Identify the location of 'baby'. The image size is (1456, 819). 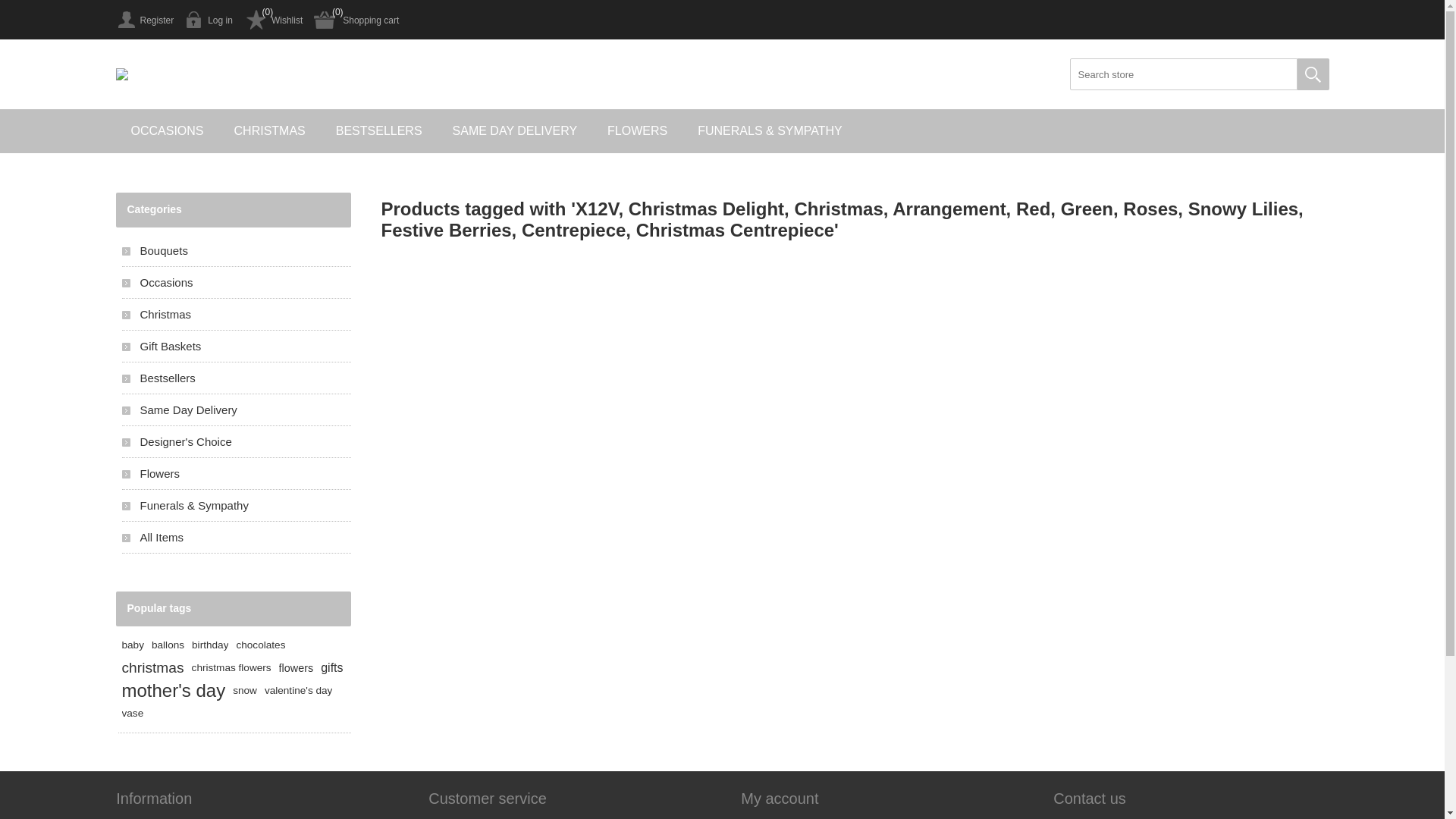
(132, 645).